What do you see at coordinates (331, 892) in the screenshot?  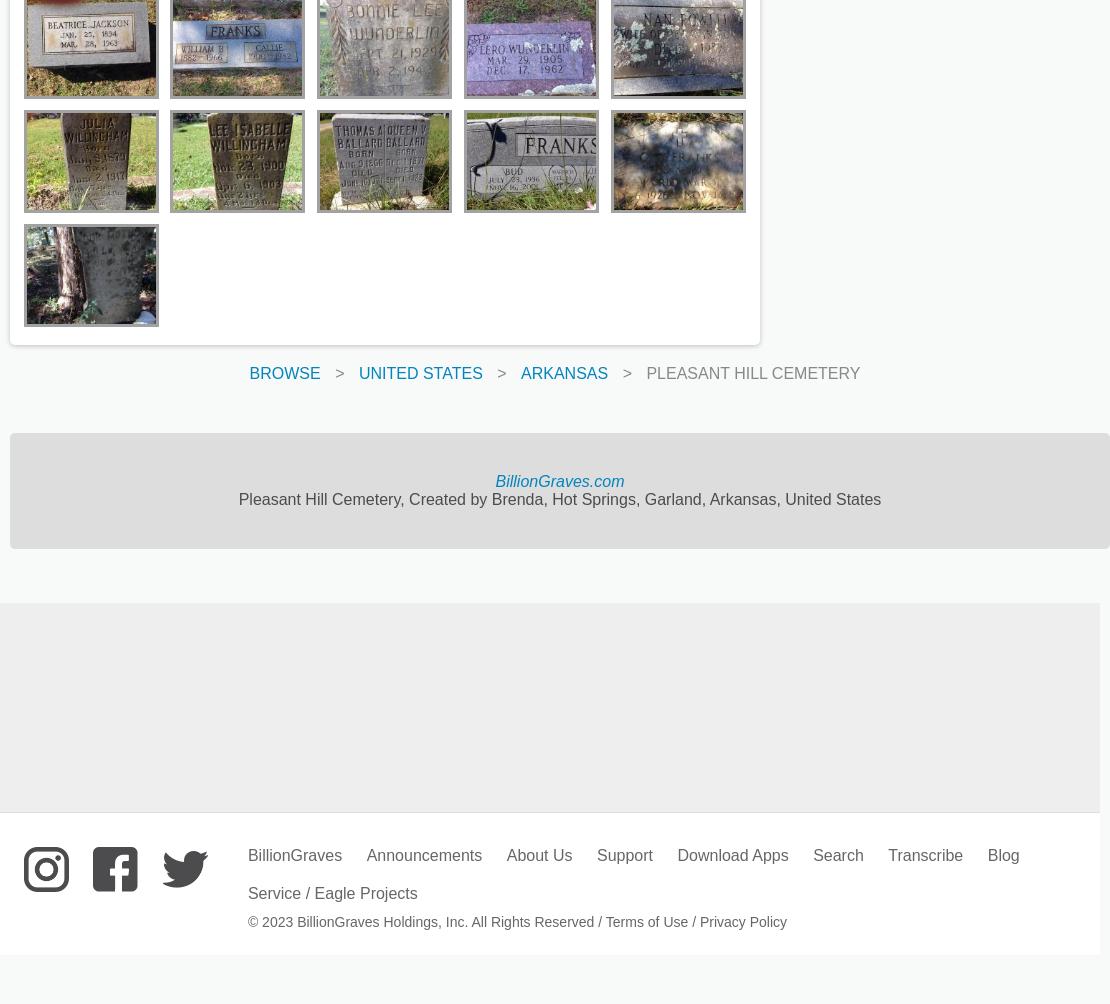 I see `'Service / Eagle Projects'` at bounding box center [331, 892].